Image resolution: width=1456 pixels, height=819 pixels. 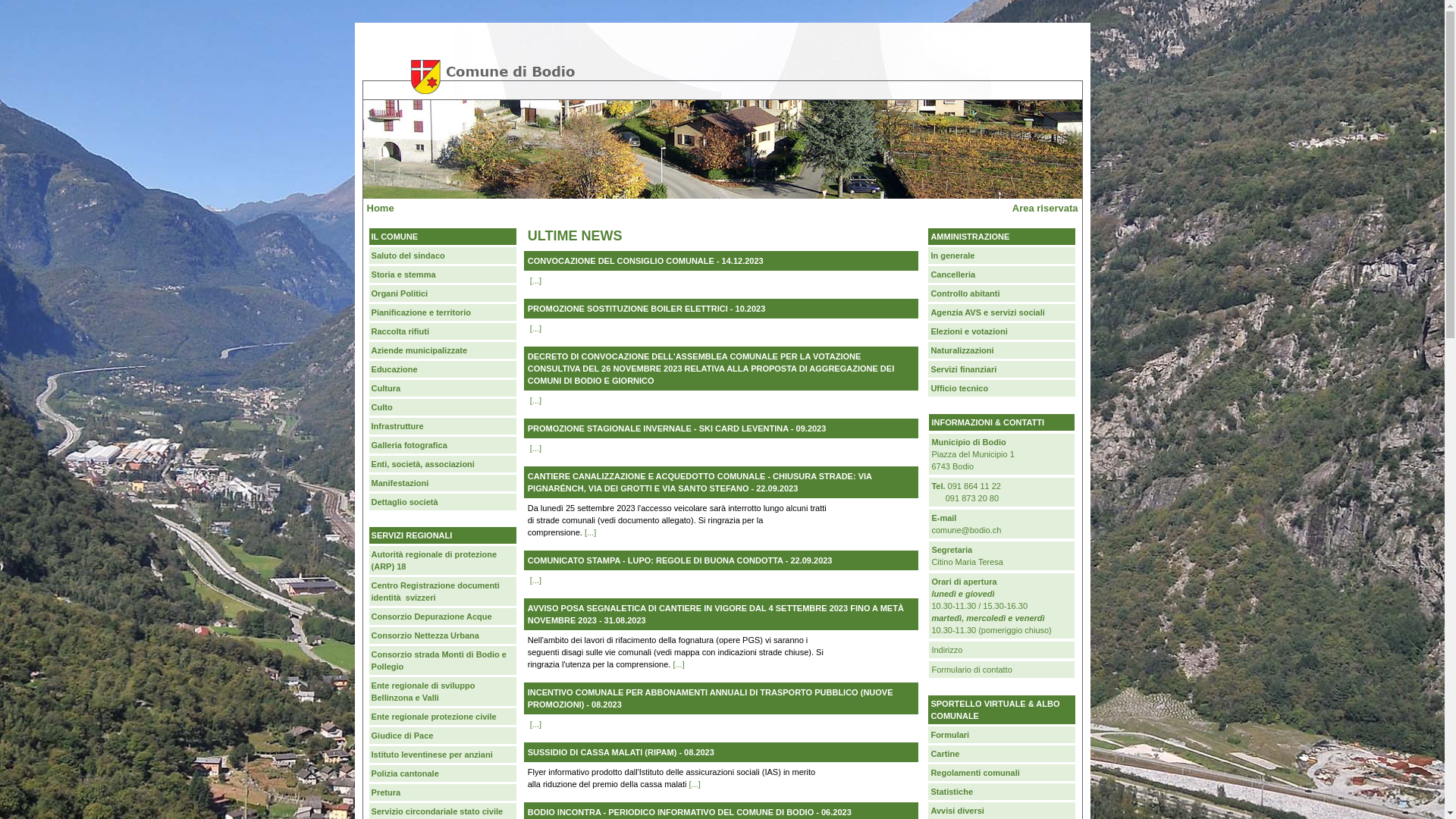 What do you see at coordinates (371, 312) in the screenshot?
I see `'Pianificazione e territorio'` at bounding box center [371, 312].